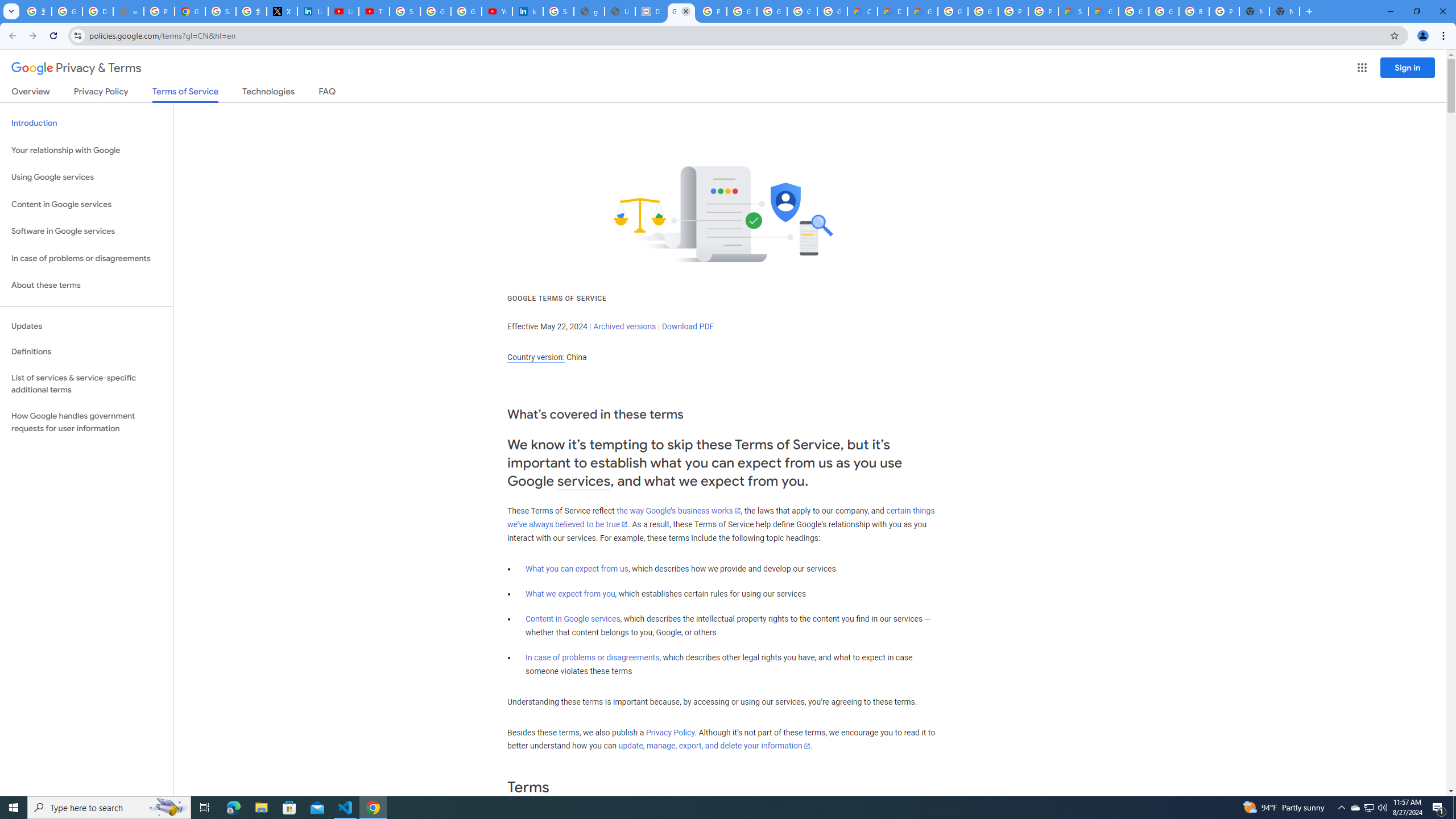 This screenshot has height=819, width=1456. I want to click on 'Content in Google services', so click(572, 618).